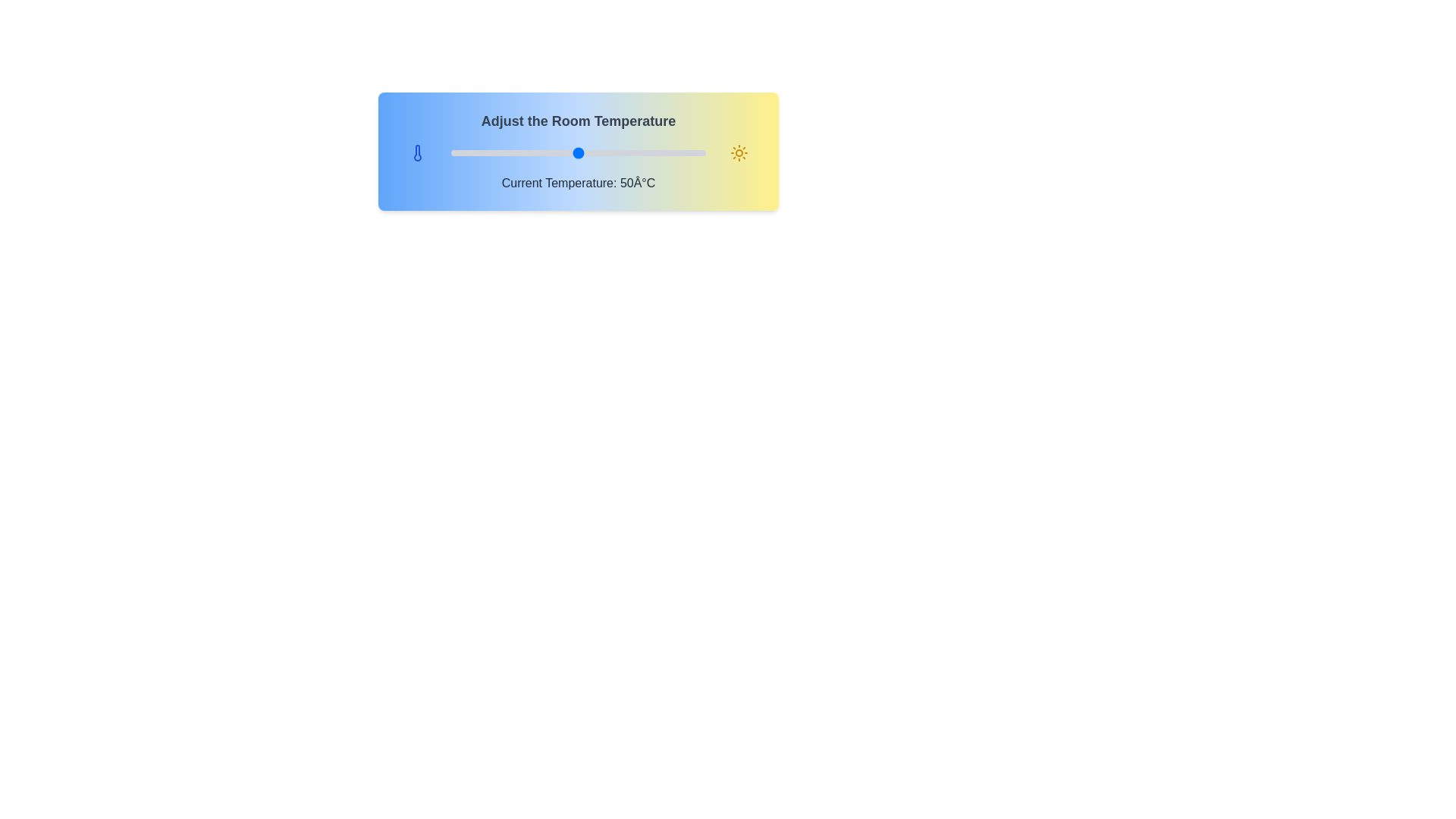 This screenshot has height=819, width=1456. What do you see at coordinates (595, 152) in the screenshot?
I see `the temperature slider to 57°C` at bounding box center [595, 152].